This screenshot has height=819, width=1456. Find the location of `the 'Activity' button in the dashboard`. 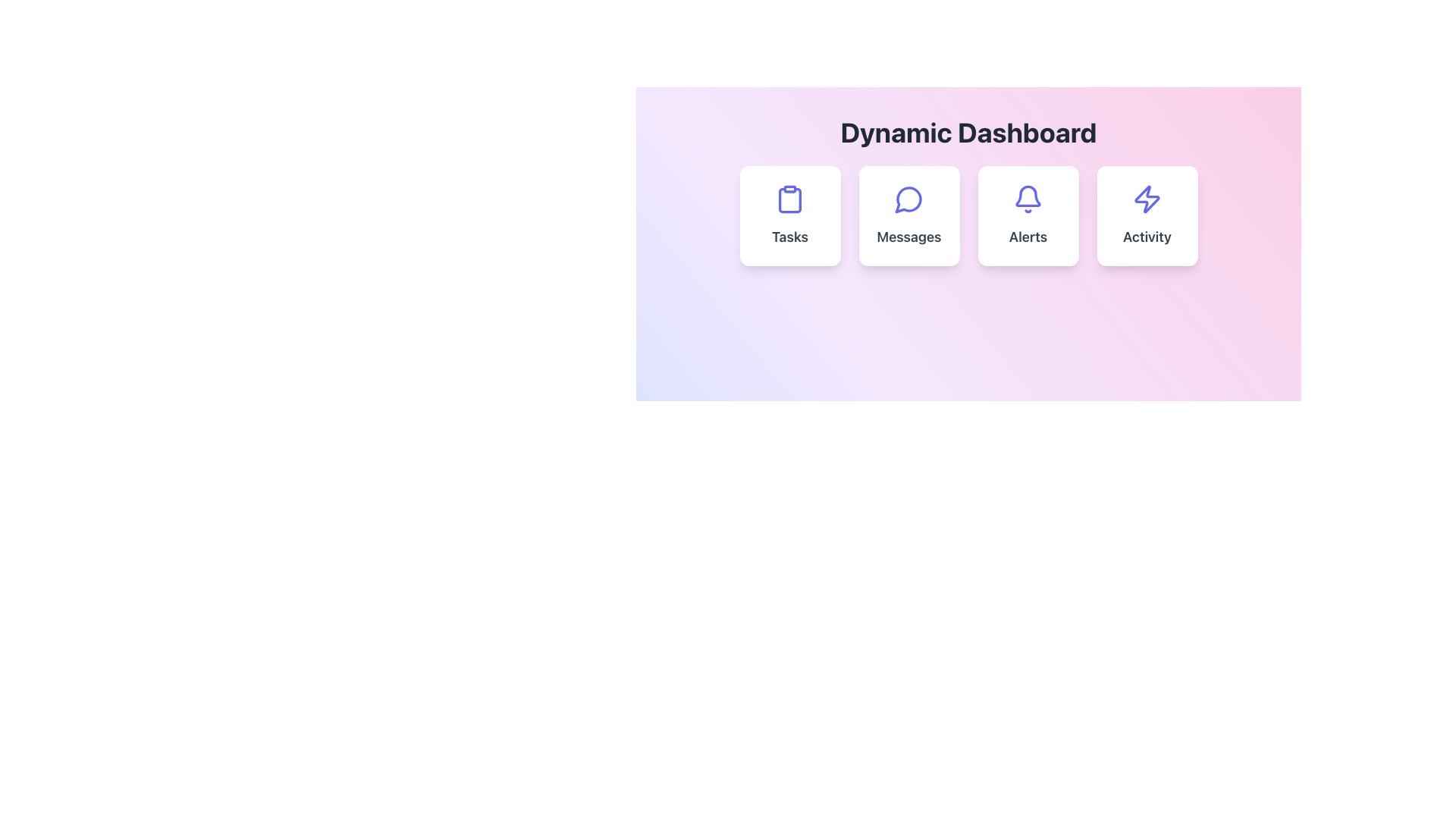

the 'Activity' button in the dashboard is located at coordinates (1147, 216).